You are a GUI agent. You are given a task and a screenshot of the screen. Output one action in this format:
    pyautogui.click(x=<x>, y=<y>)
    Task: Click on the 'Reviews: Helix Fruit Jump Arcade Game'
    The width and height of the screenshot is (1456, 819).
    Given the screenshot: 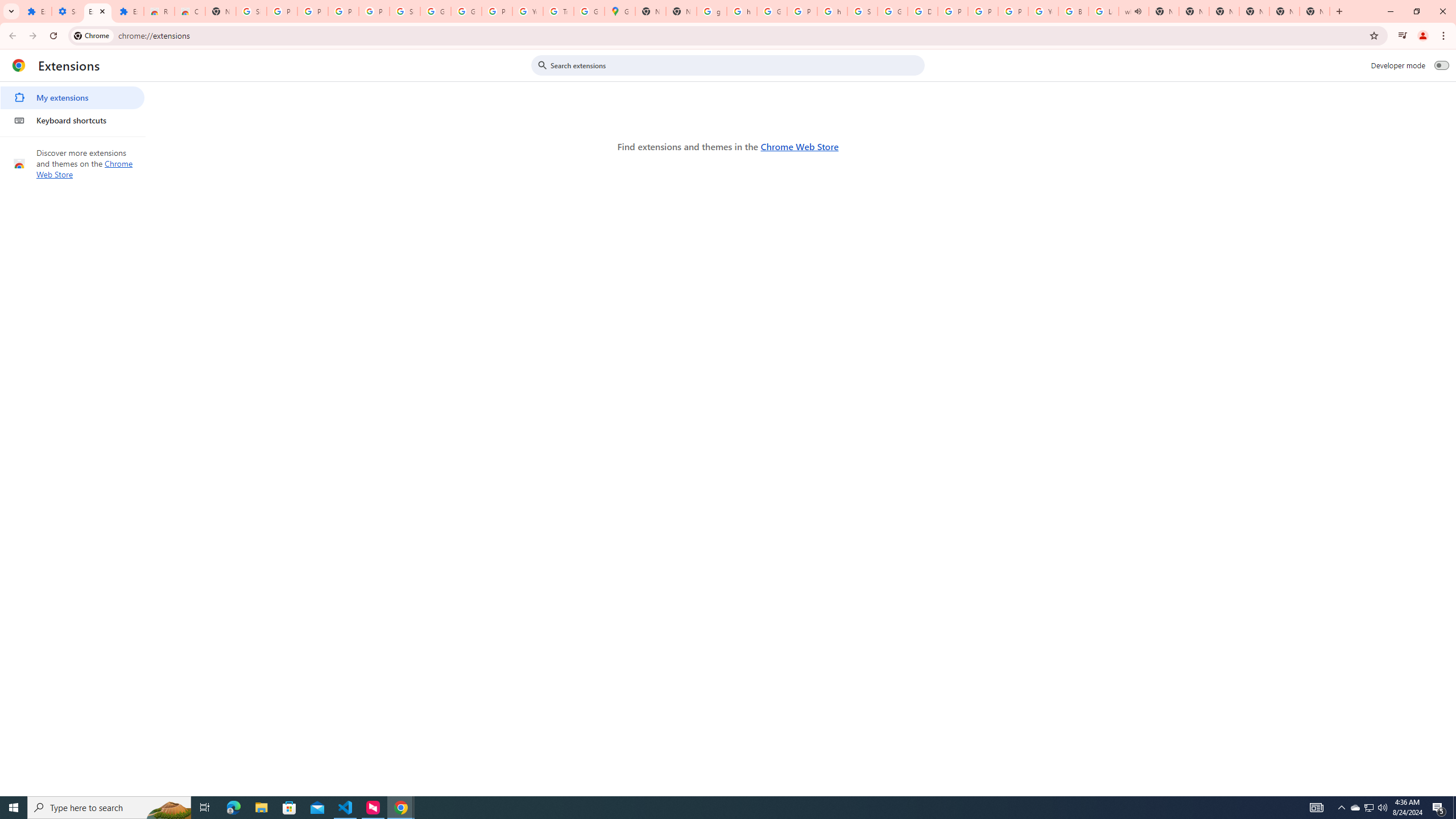 What is the action you would take?
    pyautogui.click(x=158, y=11)
    